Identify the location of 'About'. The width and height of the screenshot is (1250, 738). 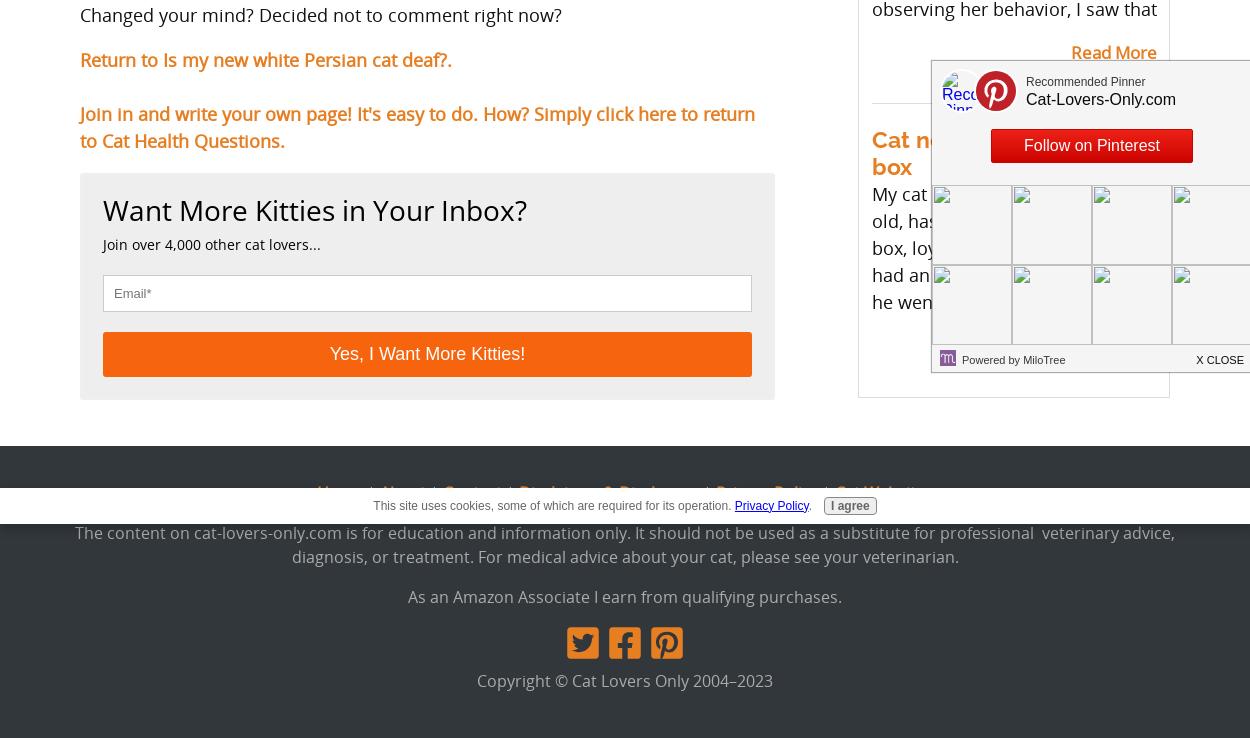
(403, 492).